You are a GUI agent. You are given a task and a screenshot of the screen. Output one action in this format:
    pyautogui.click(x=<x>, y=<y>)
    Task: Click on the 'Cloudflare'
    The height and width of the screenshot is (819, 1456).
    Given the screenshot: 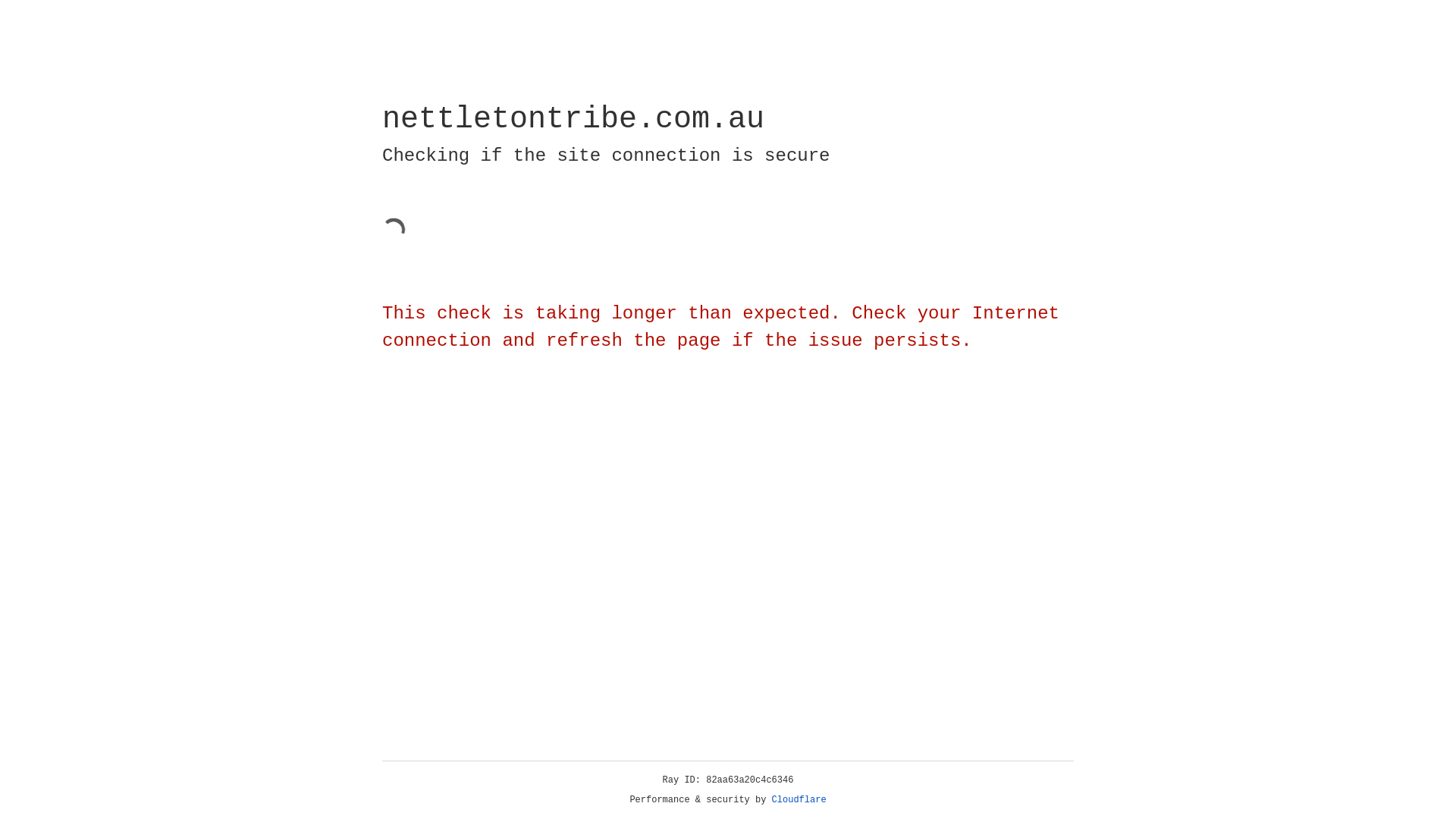 What is the action you would take?
    pyautogui.click(x=799, y=799)
    